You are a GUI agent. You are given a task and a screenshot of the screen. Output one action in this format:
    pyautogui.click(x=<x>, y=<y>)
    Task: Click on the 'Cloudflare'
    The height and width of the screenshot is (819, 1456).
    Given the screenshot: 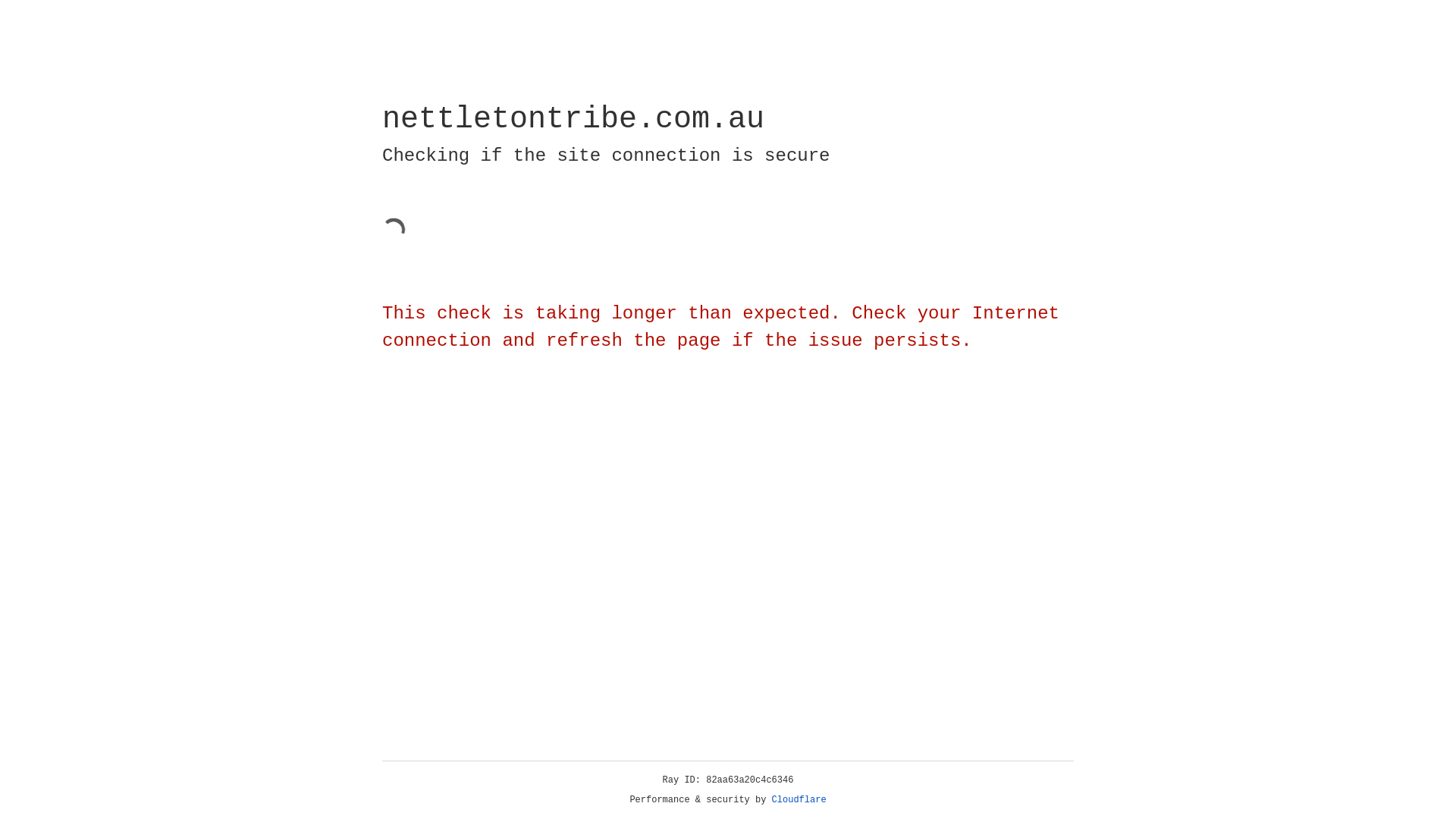 What is the action you would take?
    pyautogui.click(x=799, y=799)
    